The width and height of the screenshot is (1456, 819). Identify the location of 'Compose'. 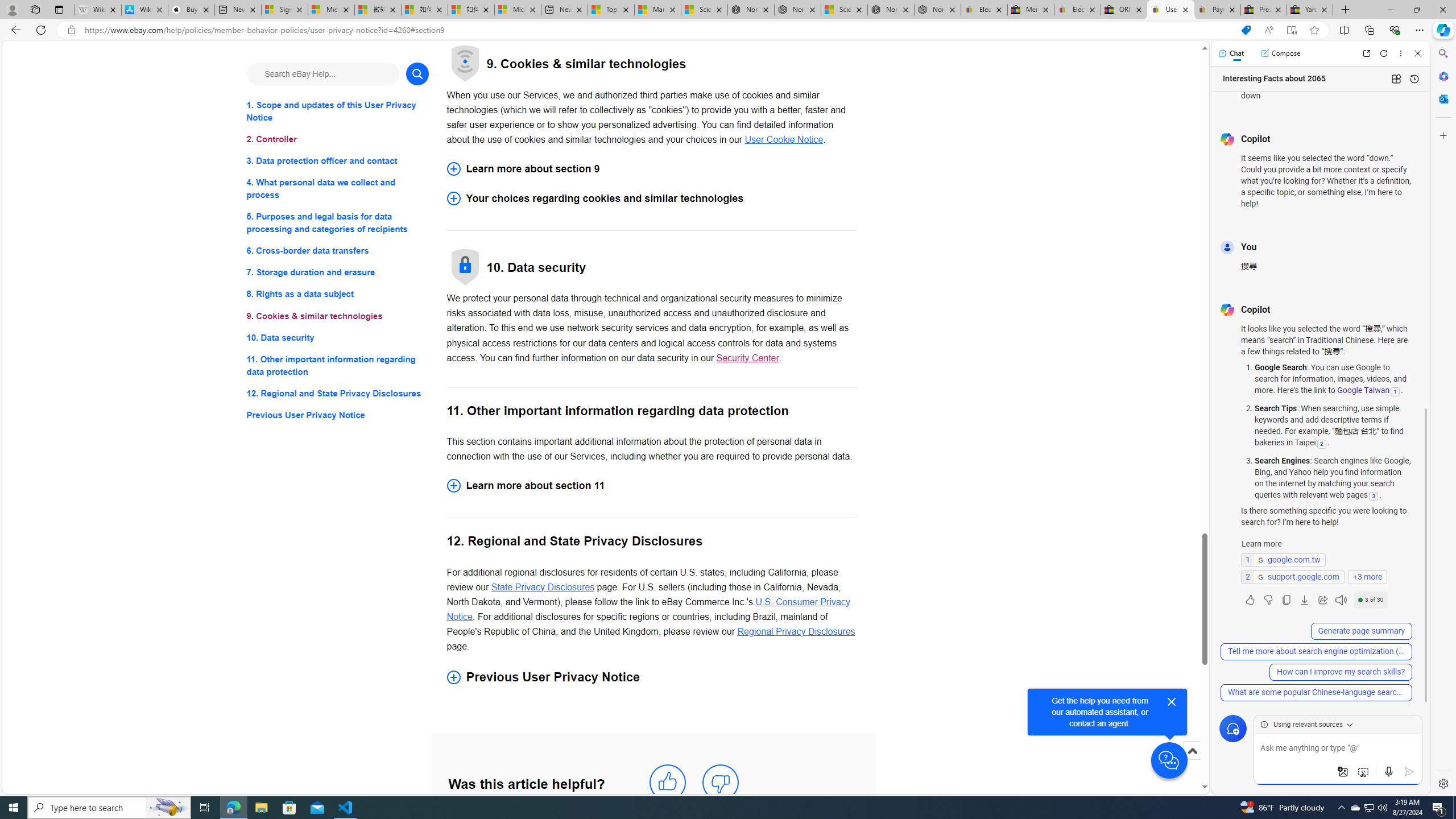
(1280, 52).